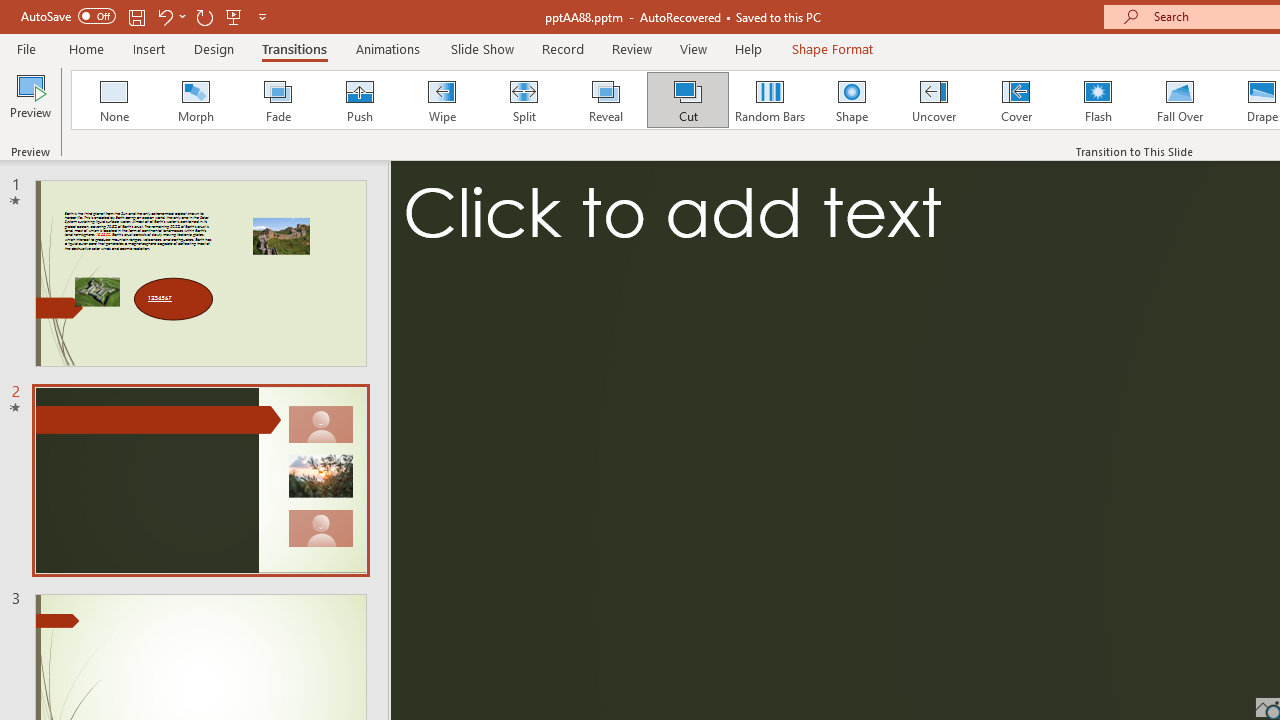 This screenshot has width=1280, height=720. What do you see at coordinates (1180, 100) in the screenshot?
I see `'Fall Over'` at bounding box center [1180, 100].